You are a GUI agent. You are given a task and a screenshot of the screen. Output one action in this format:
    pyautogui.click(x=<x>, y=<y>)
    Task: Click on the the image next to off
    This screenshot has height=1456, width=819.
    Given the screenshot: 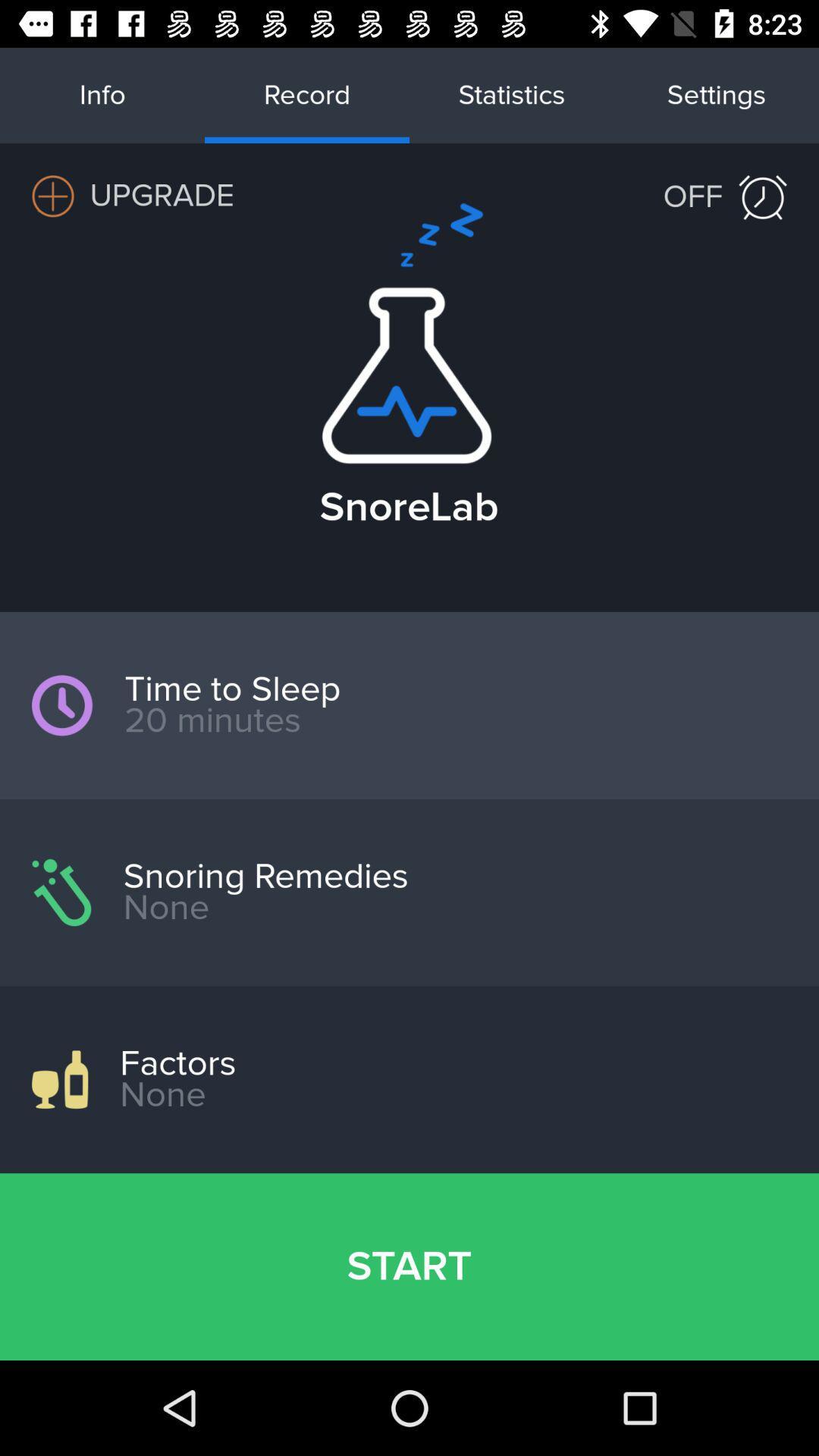 What is the action you would take?
    pyautogui.click(x=763, y=196)
    